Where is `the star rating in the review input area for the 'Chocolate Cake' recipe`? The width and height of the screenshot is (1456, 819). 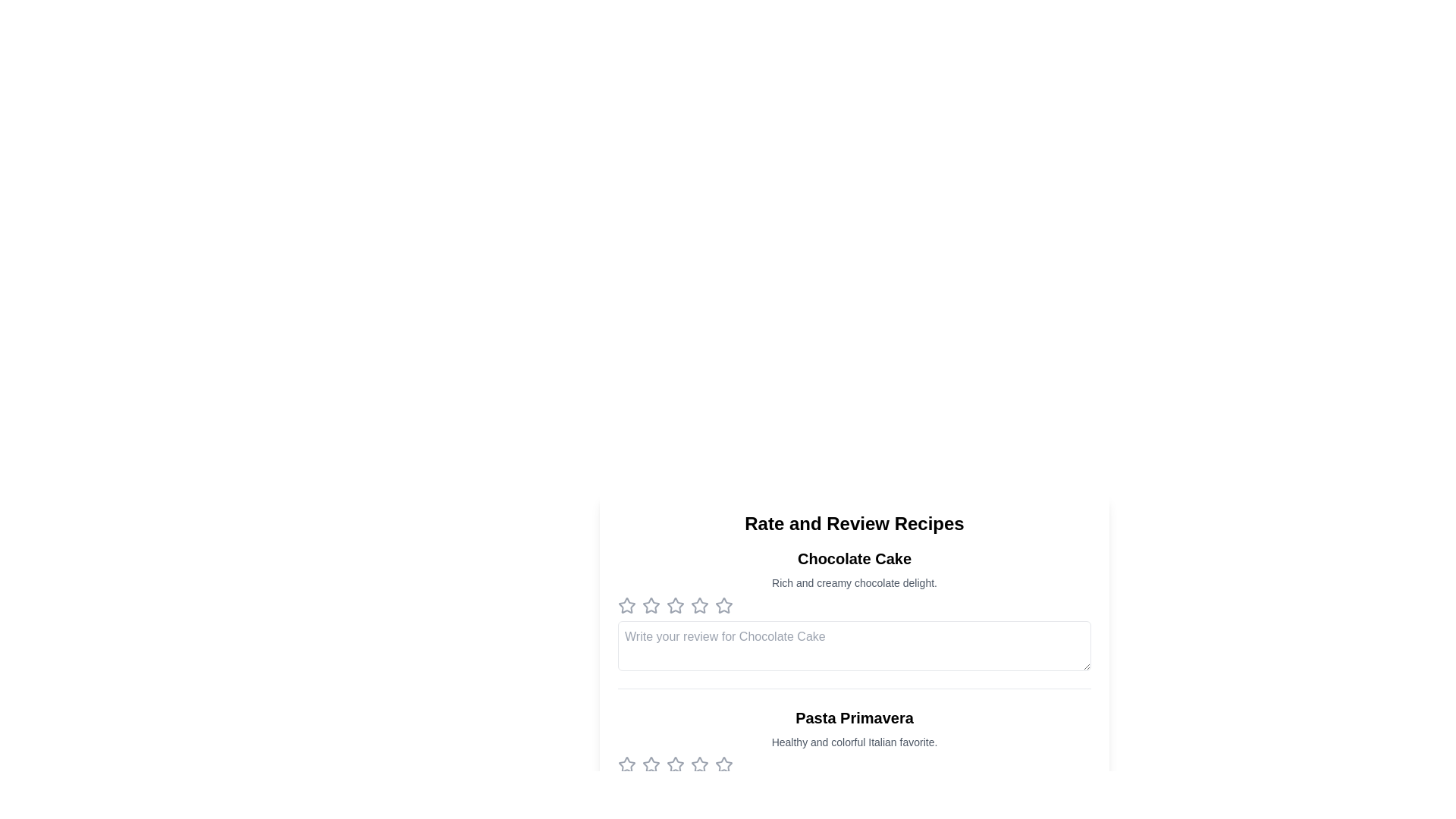
the star rating in the review input area for the 'Chocolate Cake' recipe is located at coordinates (855, 619).